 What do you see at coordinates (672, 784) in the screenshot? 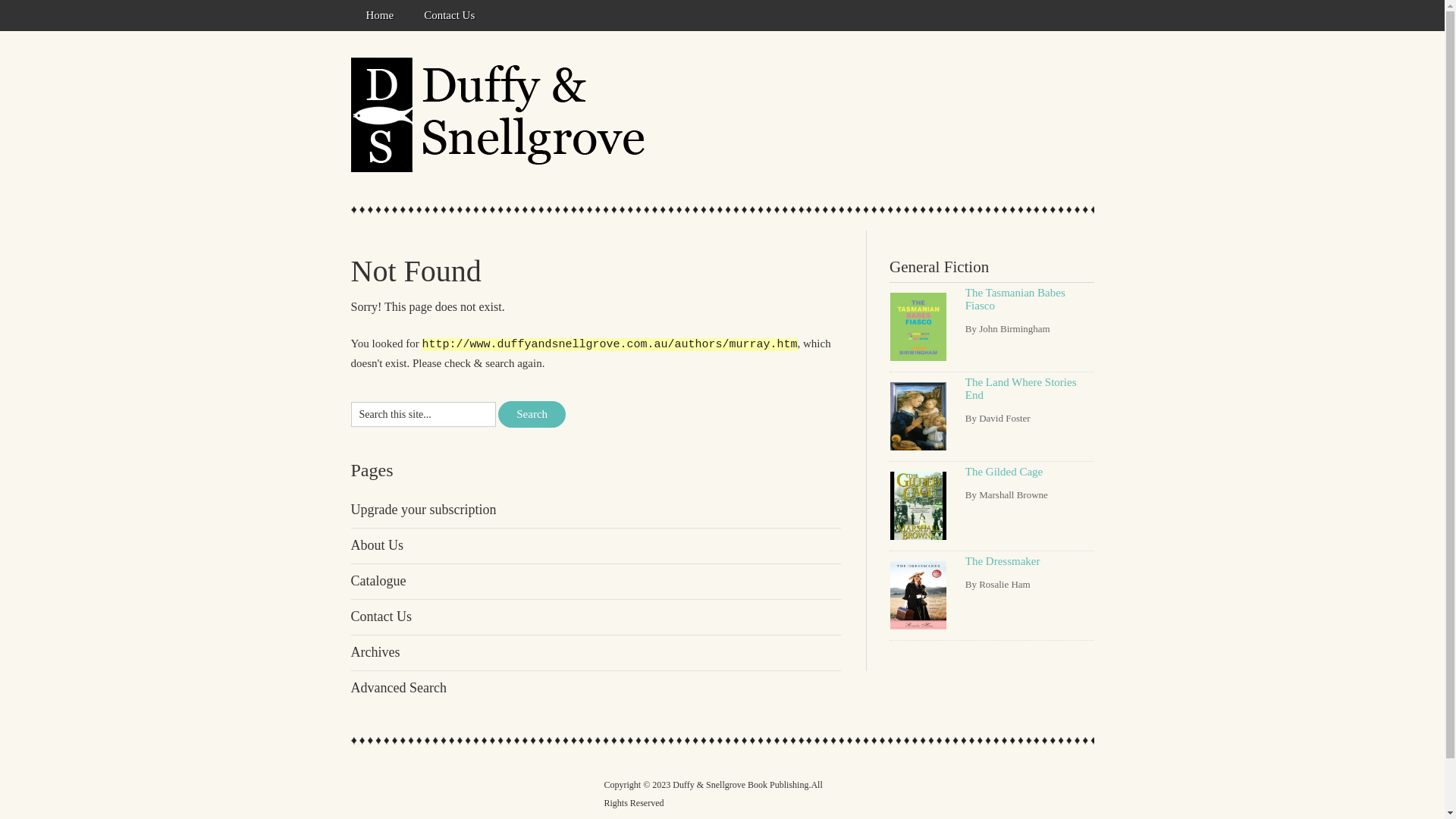
I see `'Duffy & Snellgrove Book Publishing'` at bounding box center [672, 784].